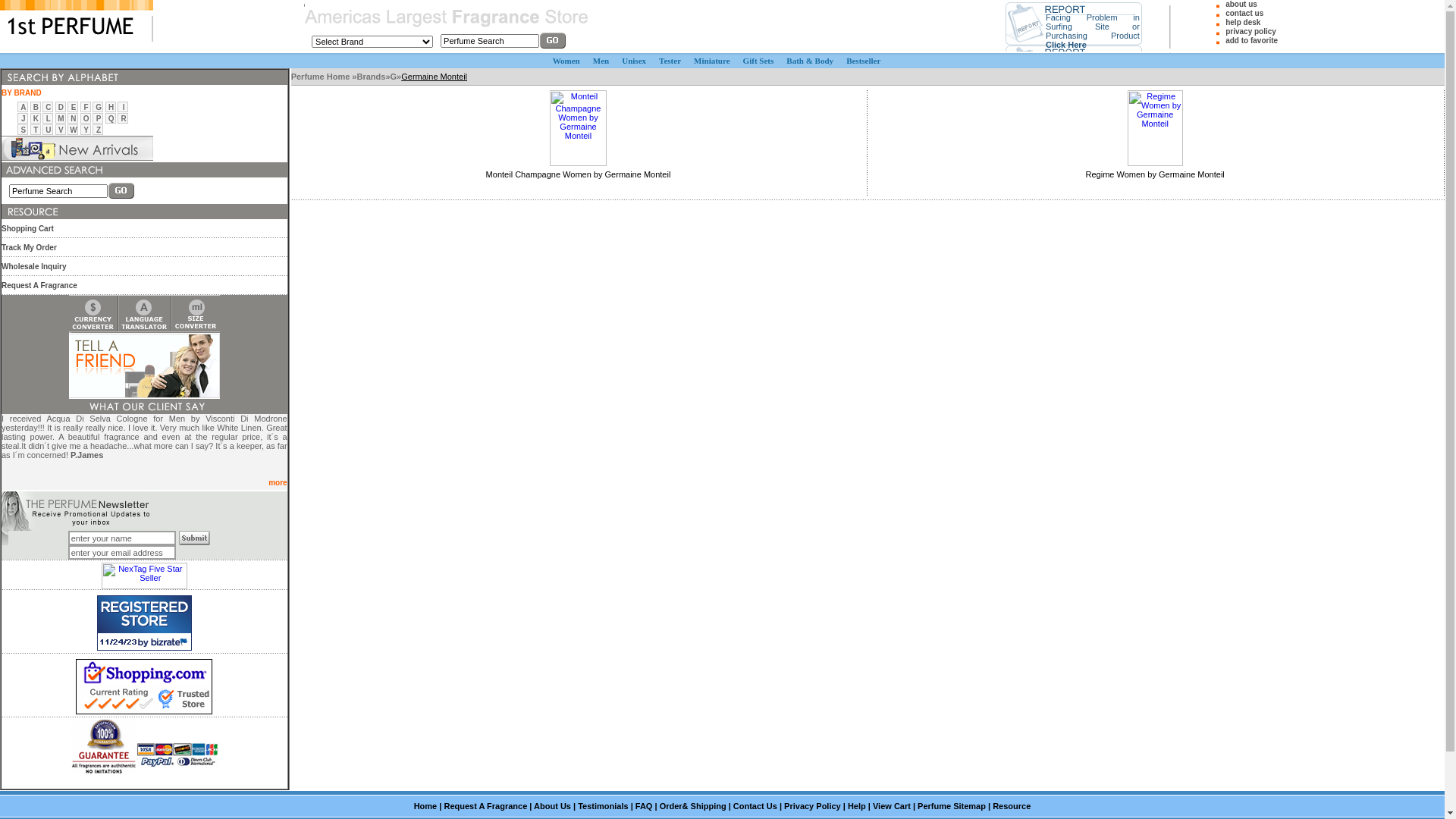 The height and width of the screenshot is (819, 1456). Describe the element at coordinates (1225, 39) in the screenshot. I see `'add to favorite'` at that location.